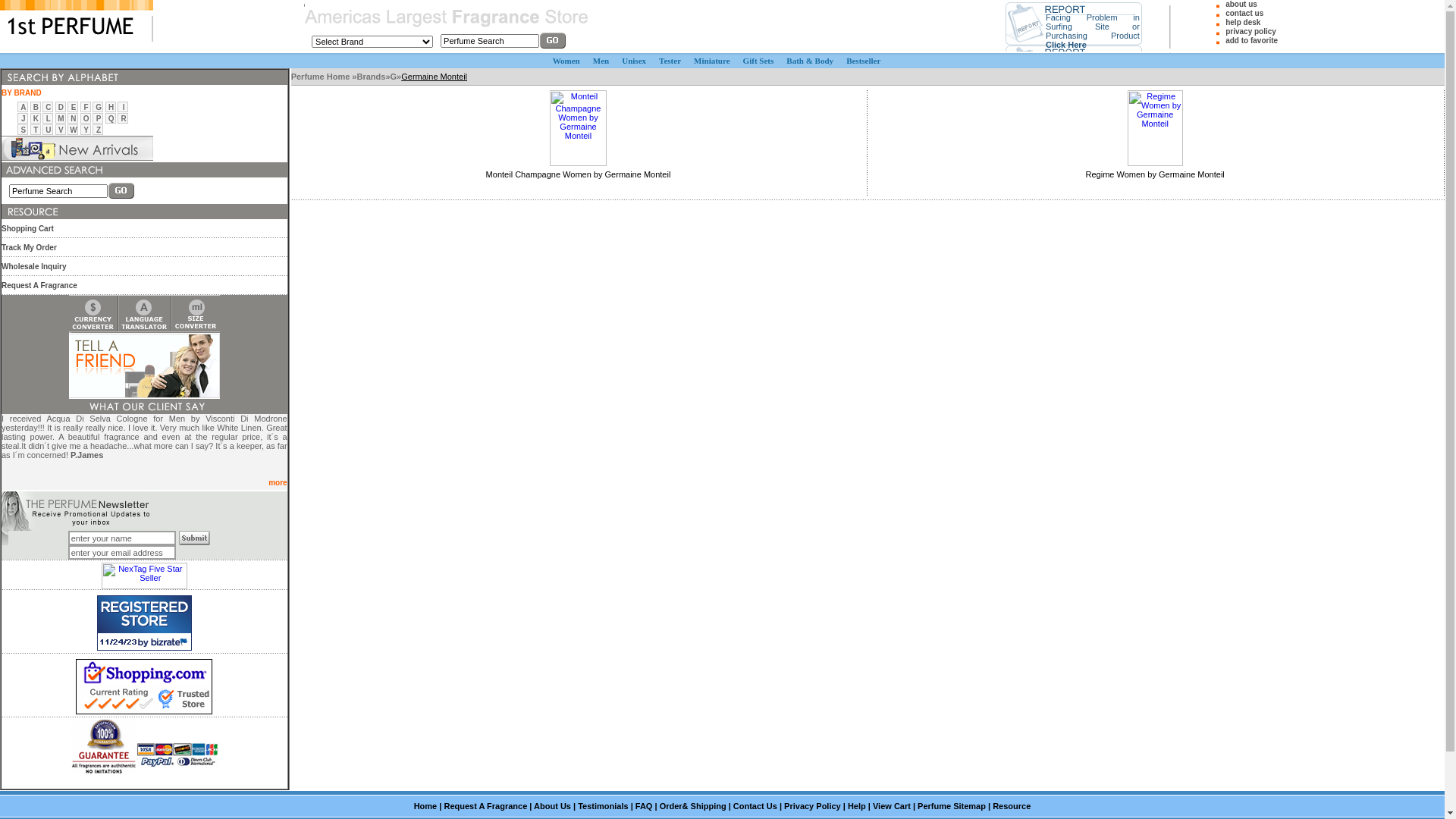 The height and width of the screenshot is (819, 1456). Describe the element at coordinates (1225, 39) in the screenshot. I see `'add to favorite'` at that location.